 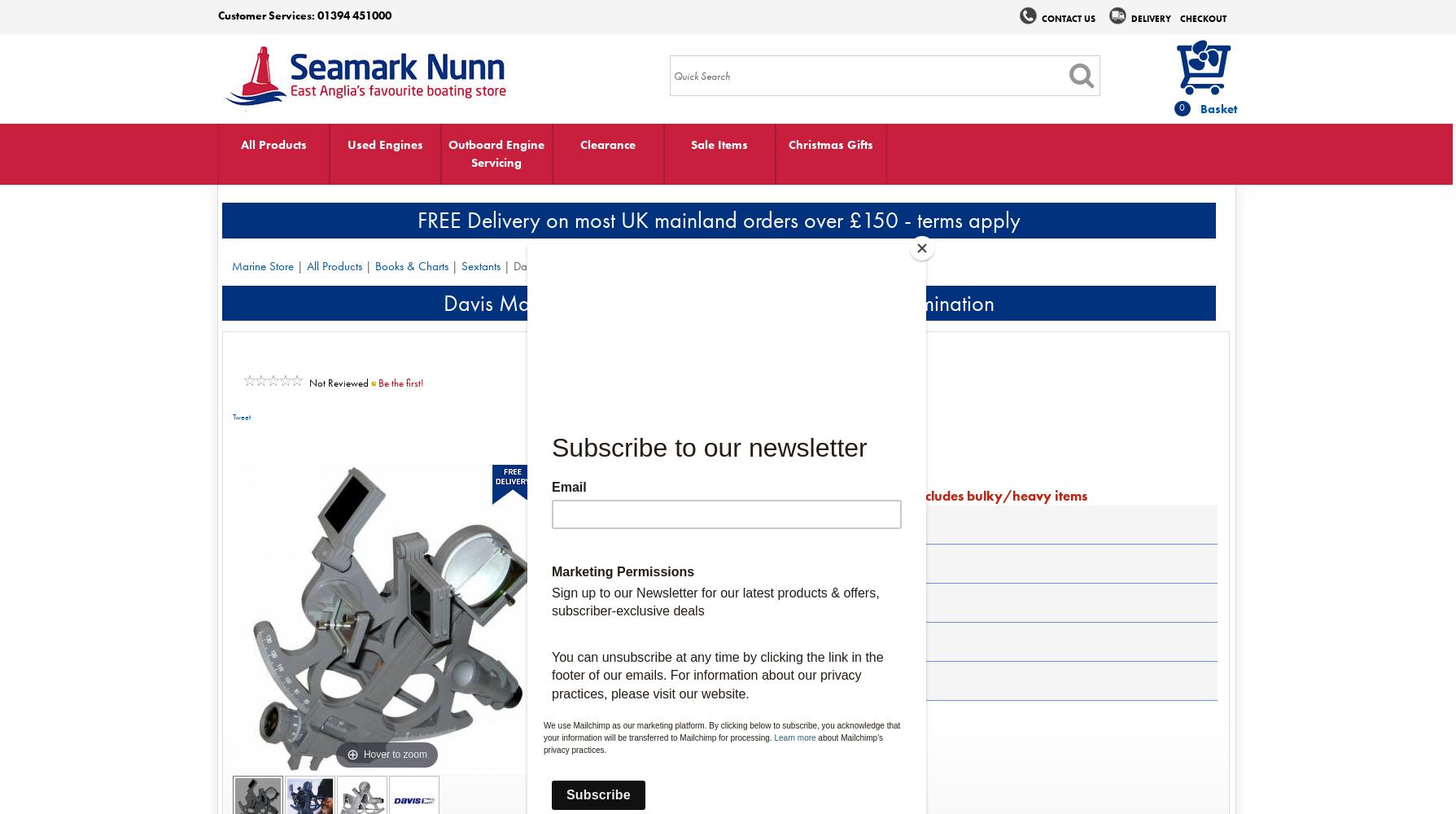 What do you see at coordinates (591, 601) in the screenshot?
I see `'Media'` at bounding box center [591, 601].